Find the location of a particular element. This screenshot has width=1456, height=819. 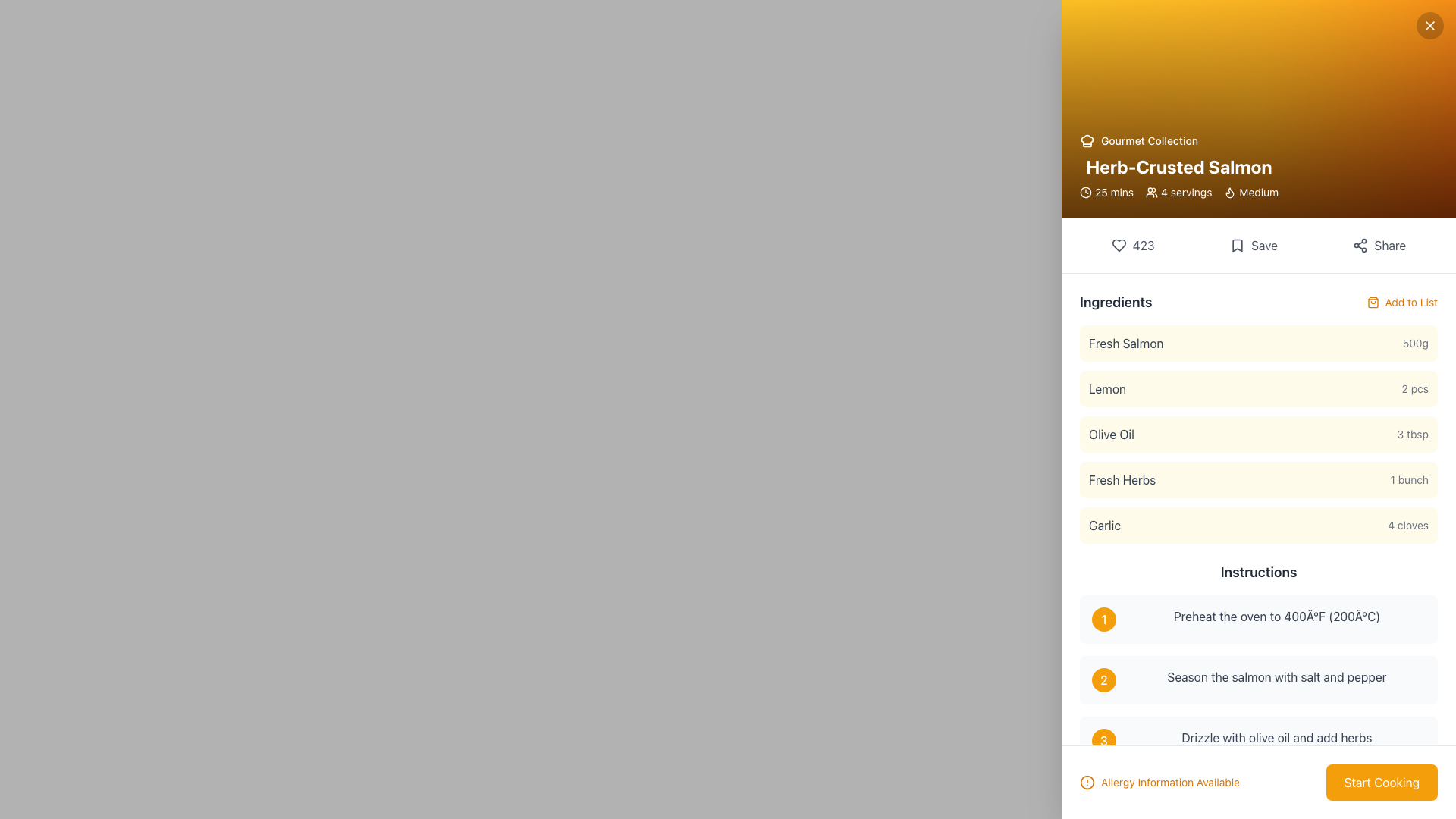

the static text label displaying 'Gourmet Collection', which is centrally aligned above the main title 'Herb-Crusted Salmon' and has a classy golden-brown background is located at coordinates (1150, 140).